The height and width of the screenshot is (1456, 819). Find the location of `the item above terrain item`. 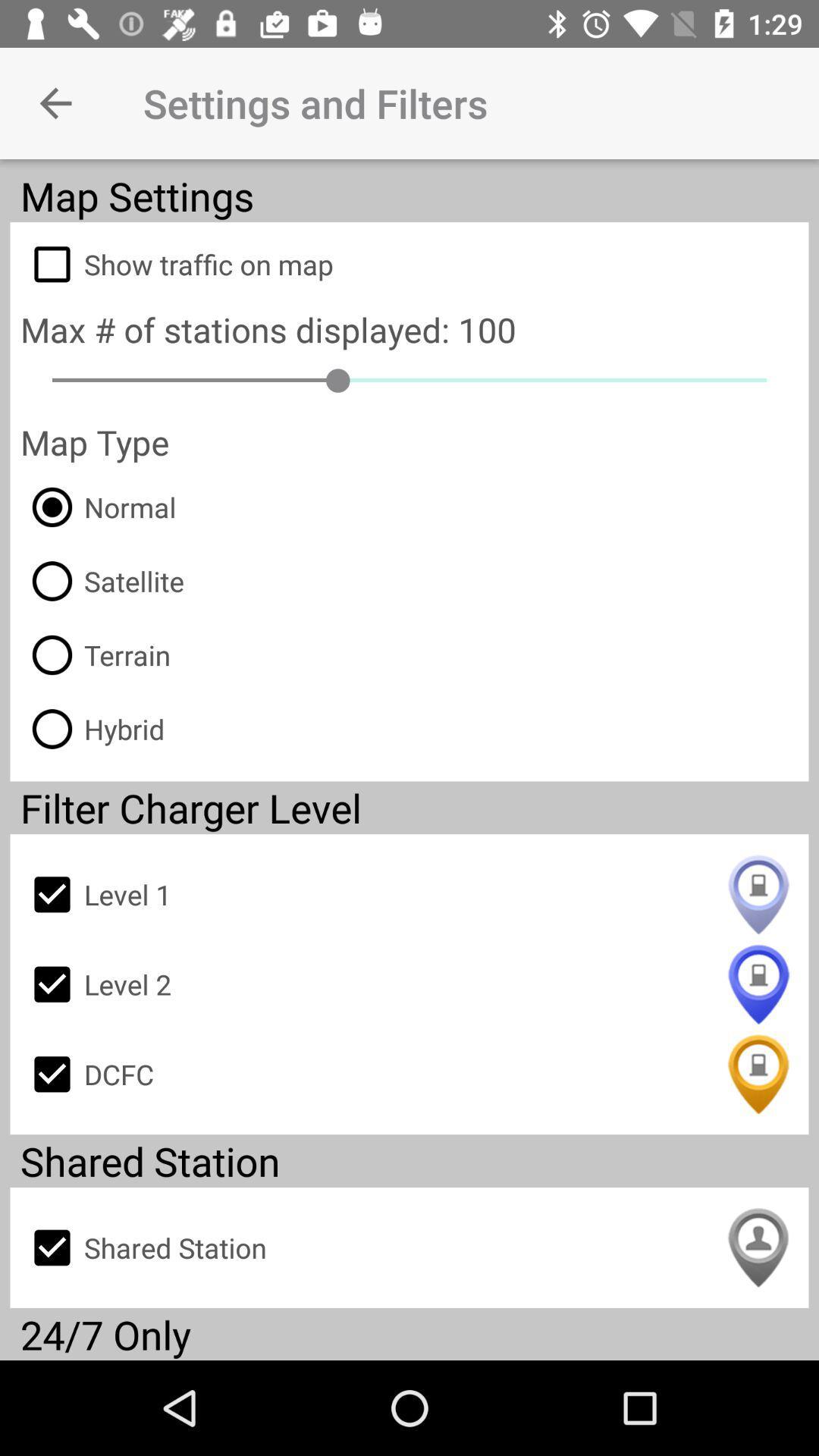

the item above terrain item is located at coordinates (102, 580).